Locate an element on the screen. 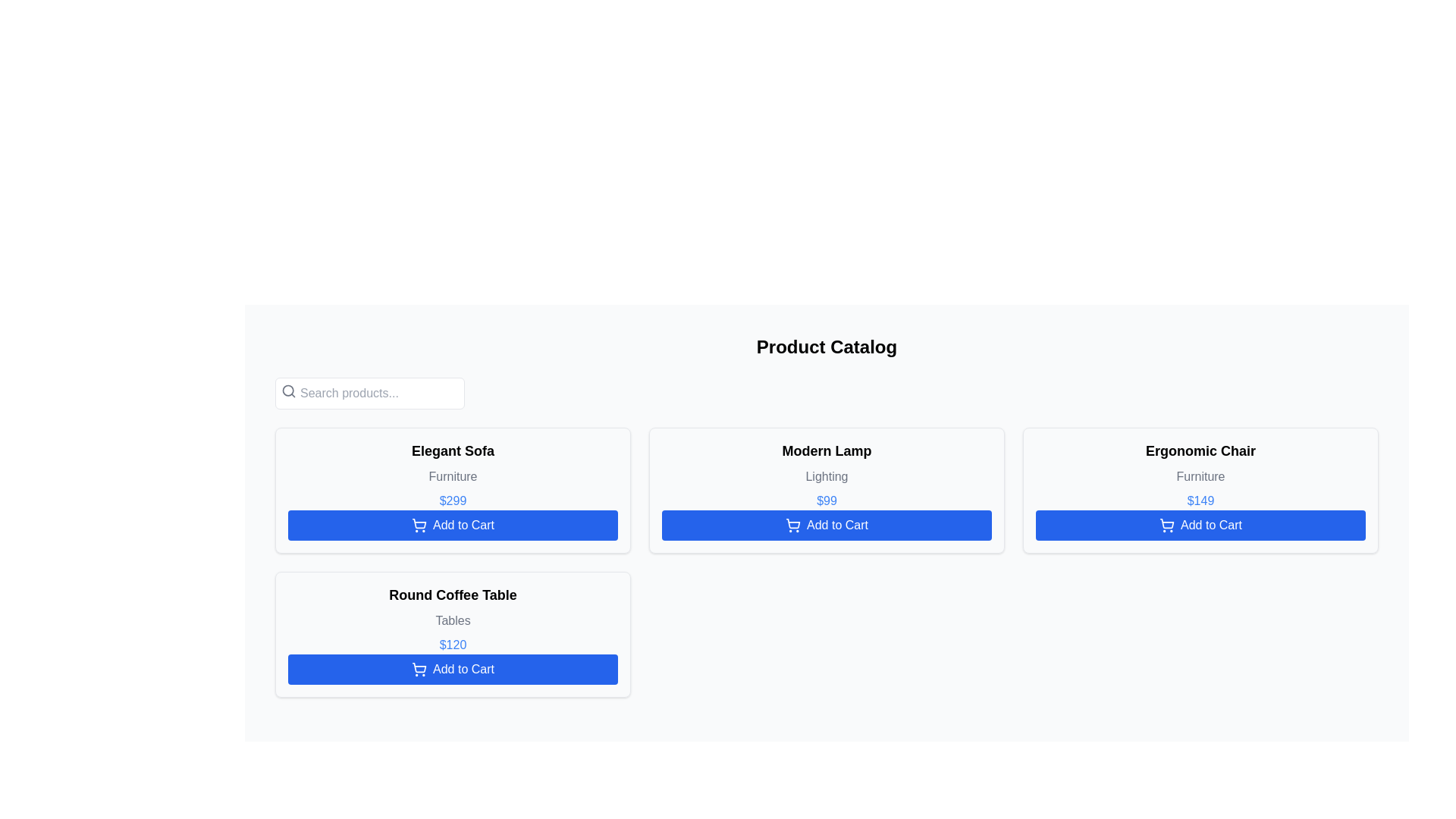 The height and width of the screenshot is (819, 1456). the button located at the bottom of the product card for 'Modern Lamp' is located at coordinates (826, 525).